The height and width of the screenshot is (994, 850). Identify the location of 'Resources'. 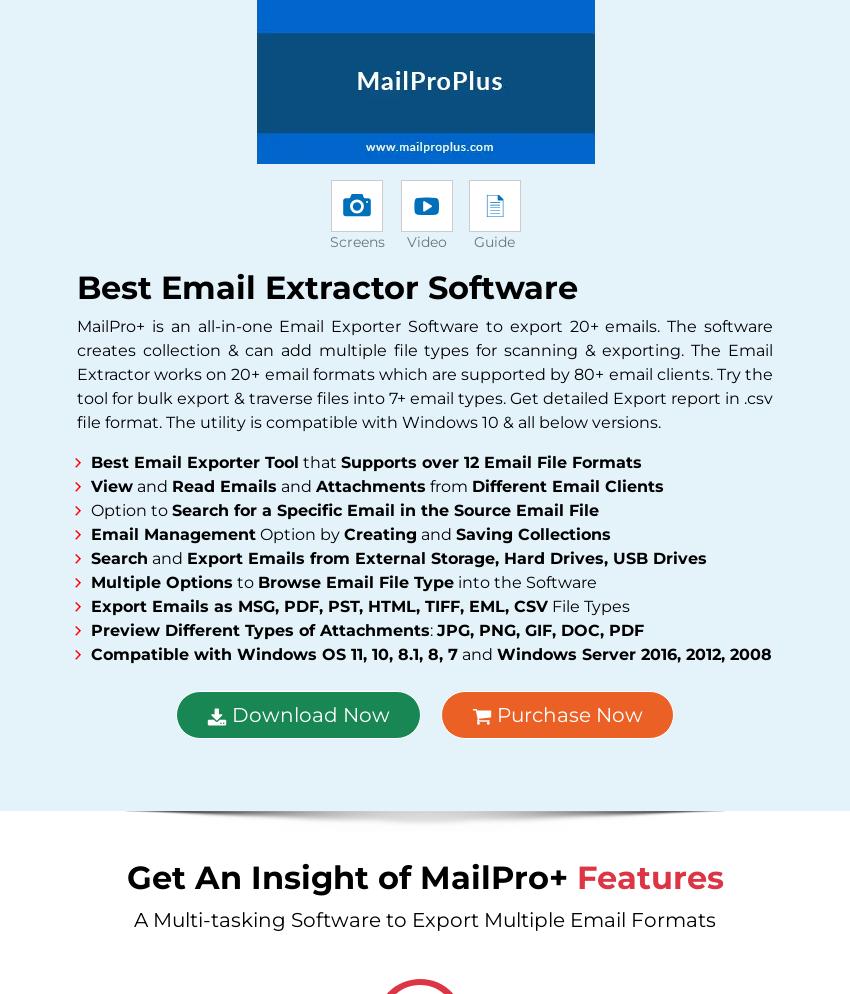
(492, 587).